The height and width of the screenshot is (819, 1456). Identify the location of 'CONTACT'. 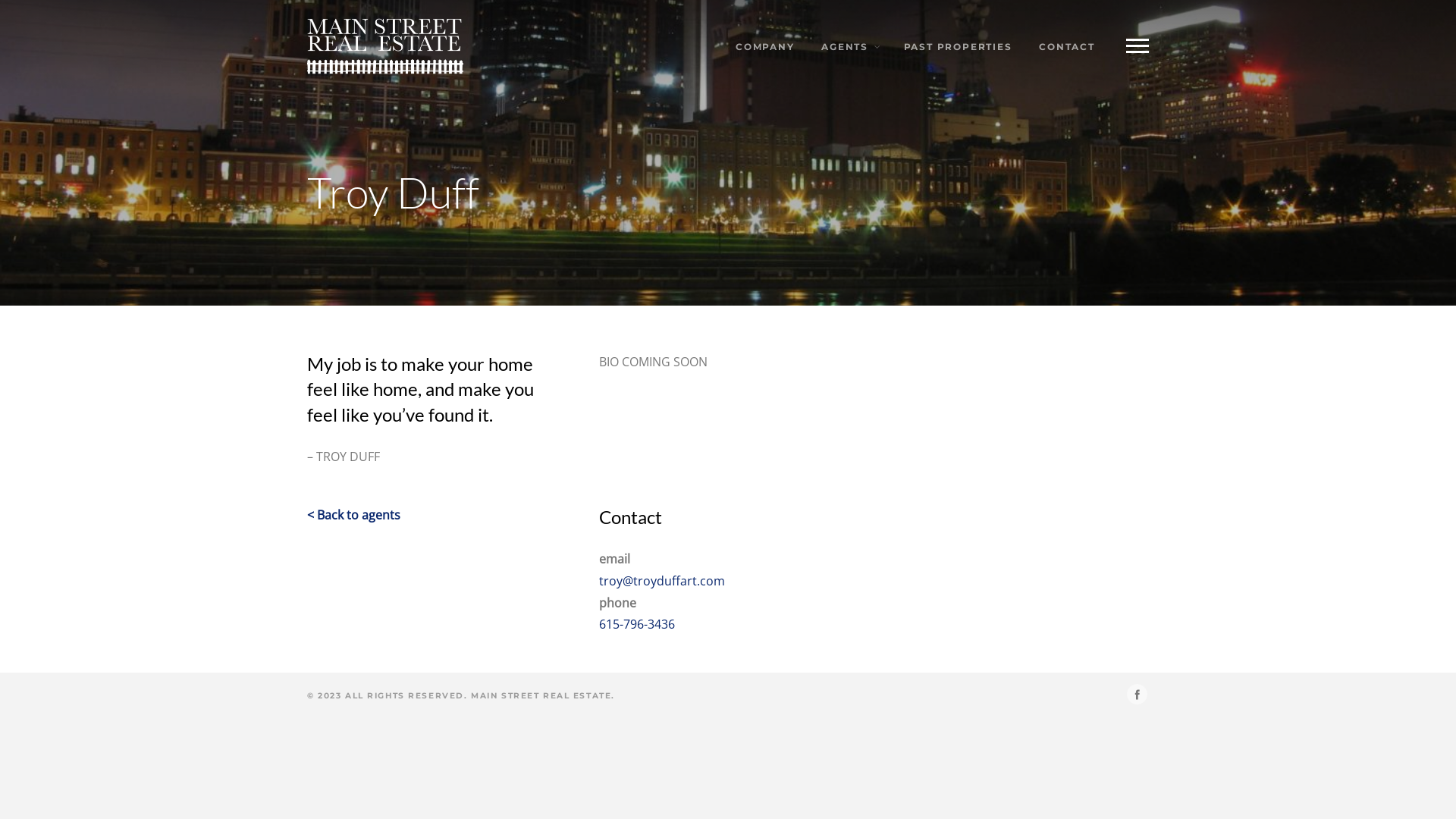
(1065, 45).